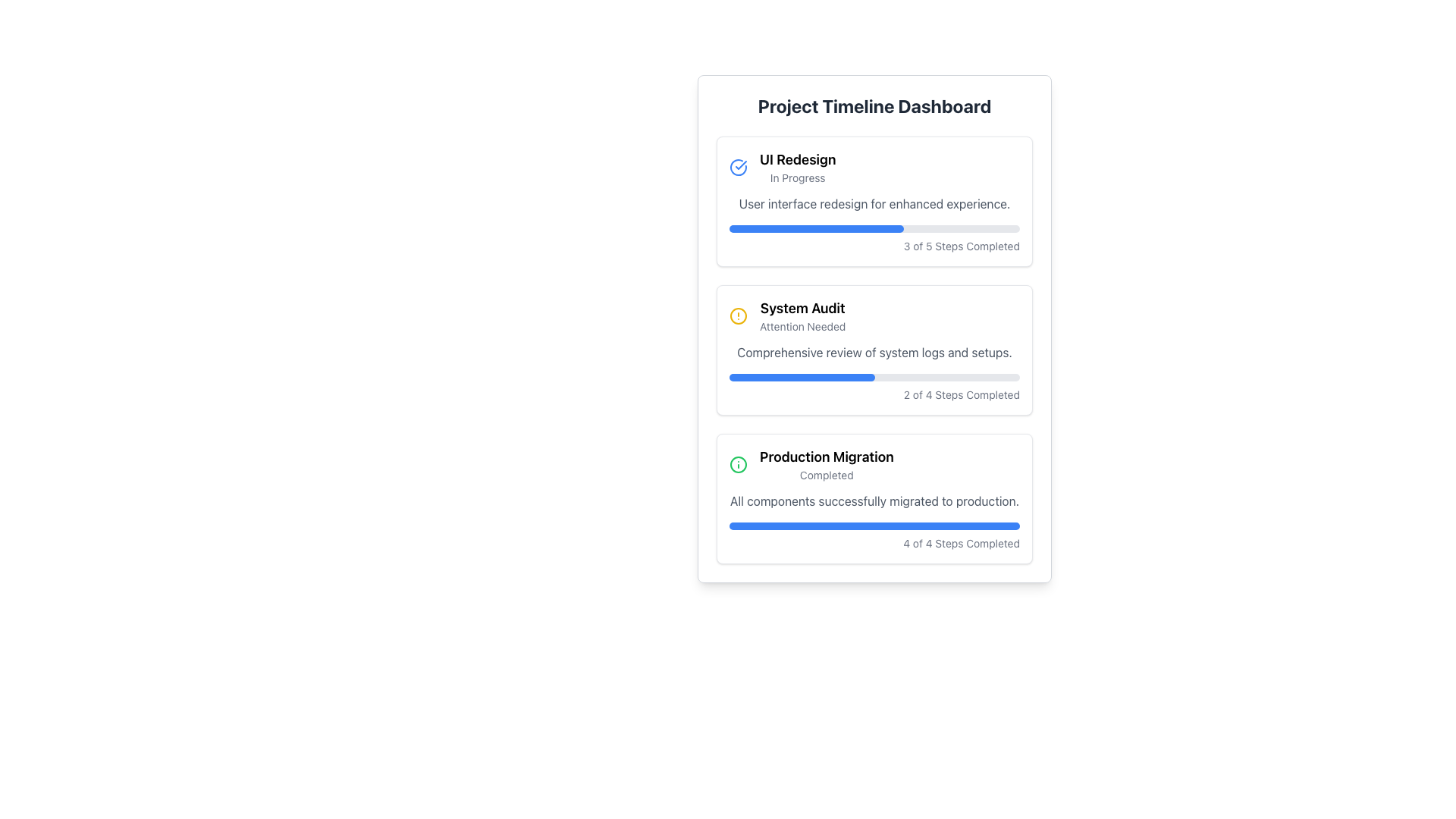  Describe the element at coordinates (826, 475) in the screenshot. I see `the Text Label indicating the completion status of the task located below 'Production Migration' in the summary section` at that location.